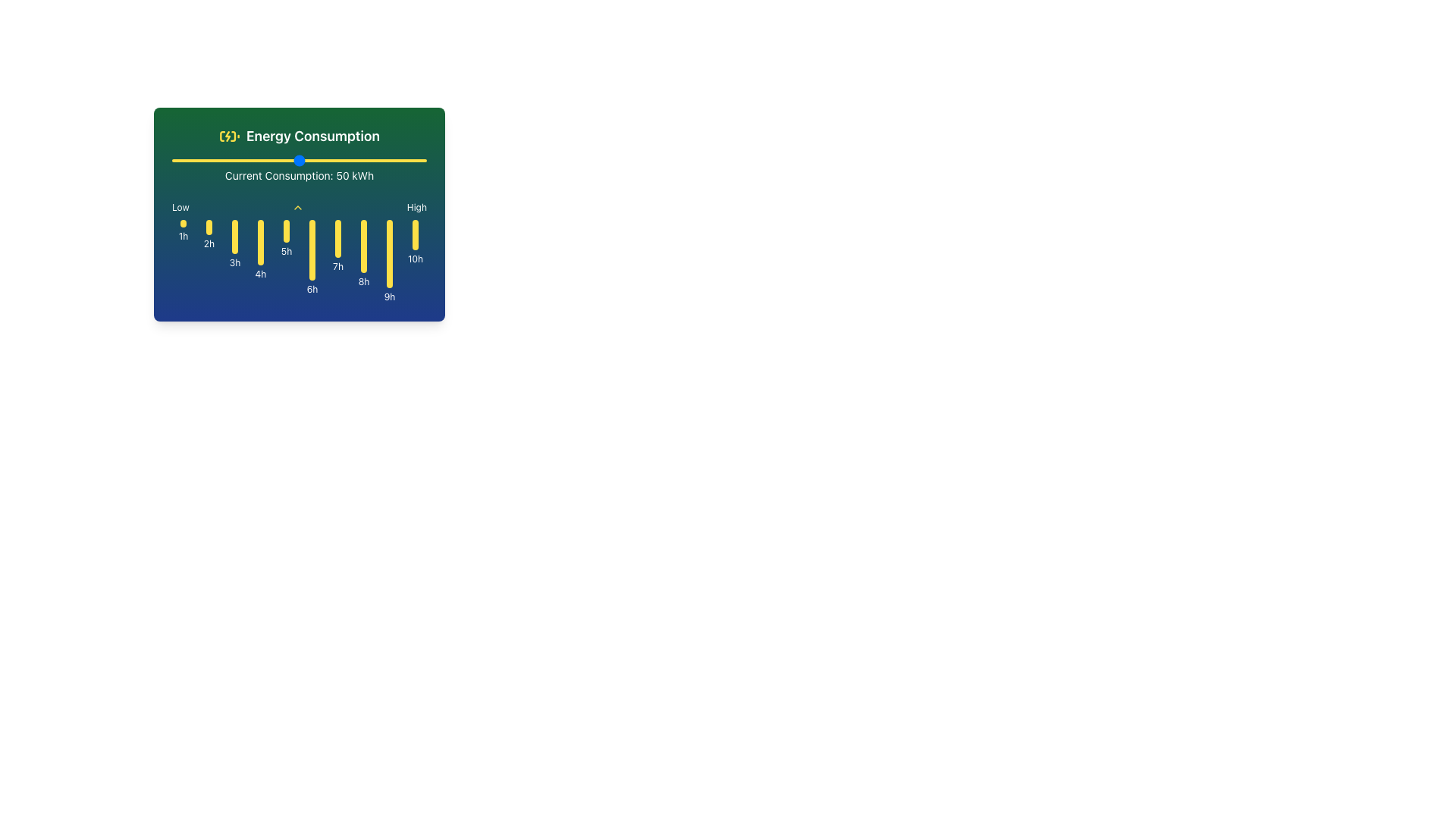 The width and height of the screenshot is (1456, 819). I want to click on the range slider control to receive feedback or highlight it, which is located directly above the text displaying 'Current Consumption: 50 kWh', so click(299, 161).